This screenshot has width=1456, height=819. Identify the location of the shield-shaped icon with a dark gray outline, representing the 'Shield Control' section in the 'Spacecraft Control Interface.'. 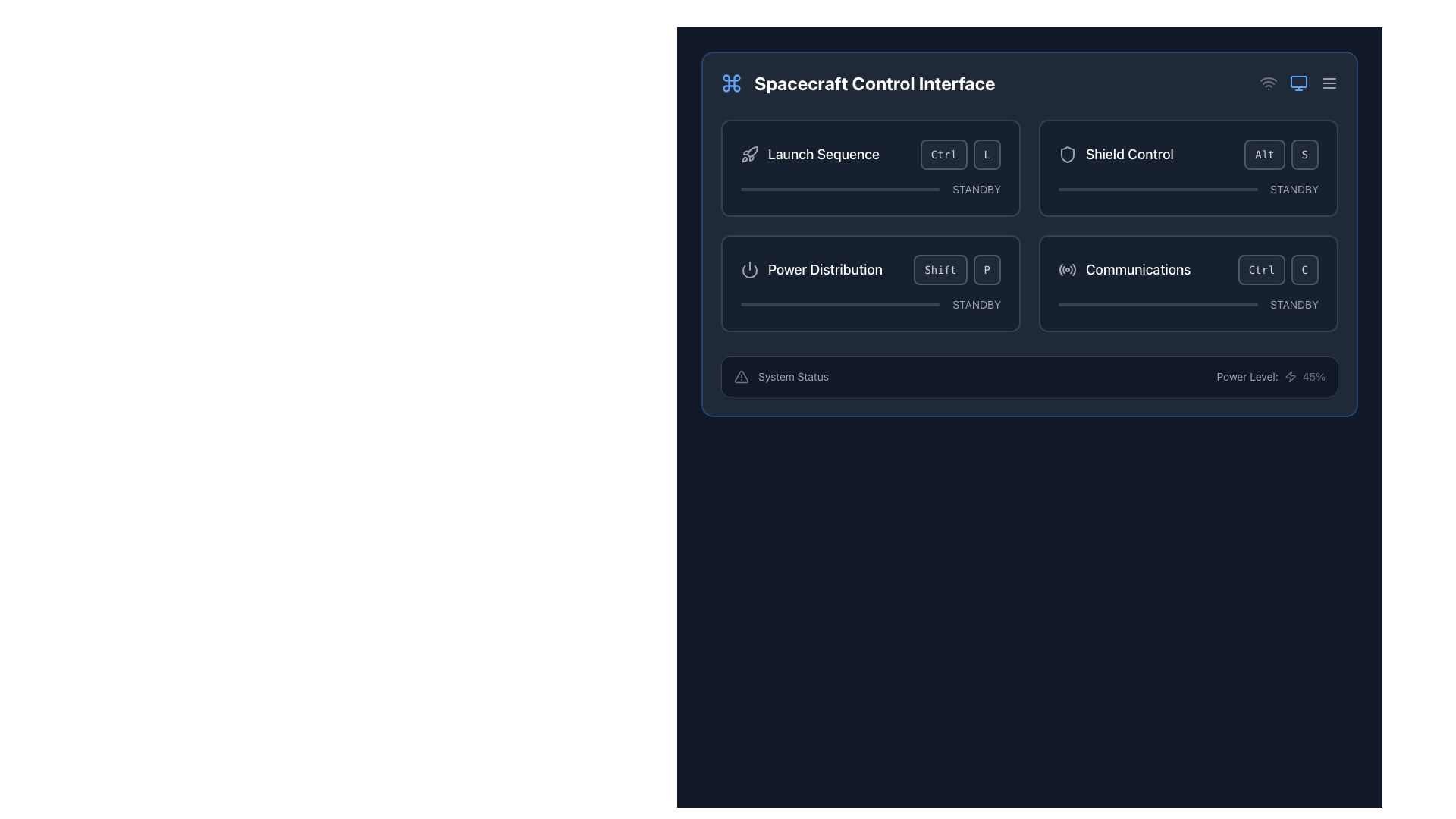
(1066, 155).